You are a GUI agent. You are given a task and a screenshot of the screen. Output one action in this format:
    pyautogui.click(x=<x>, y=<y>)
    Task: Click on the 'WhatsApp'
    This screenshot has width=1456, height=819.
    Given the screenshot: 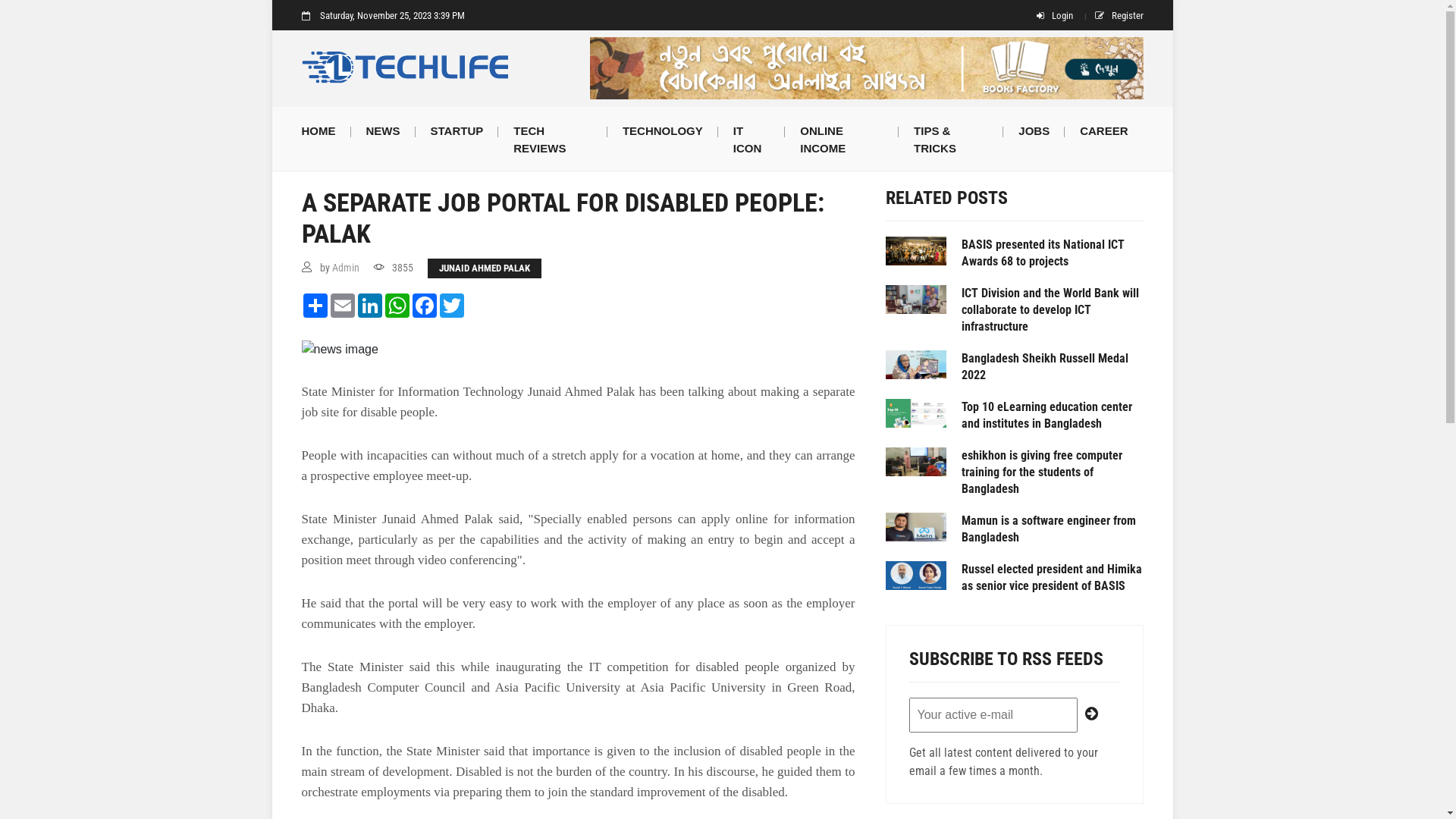 What is the action you would take?
    pyautogui.click(x=397, y=305)
    